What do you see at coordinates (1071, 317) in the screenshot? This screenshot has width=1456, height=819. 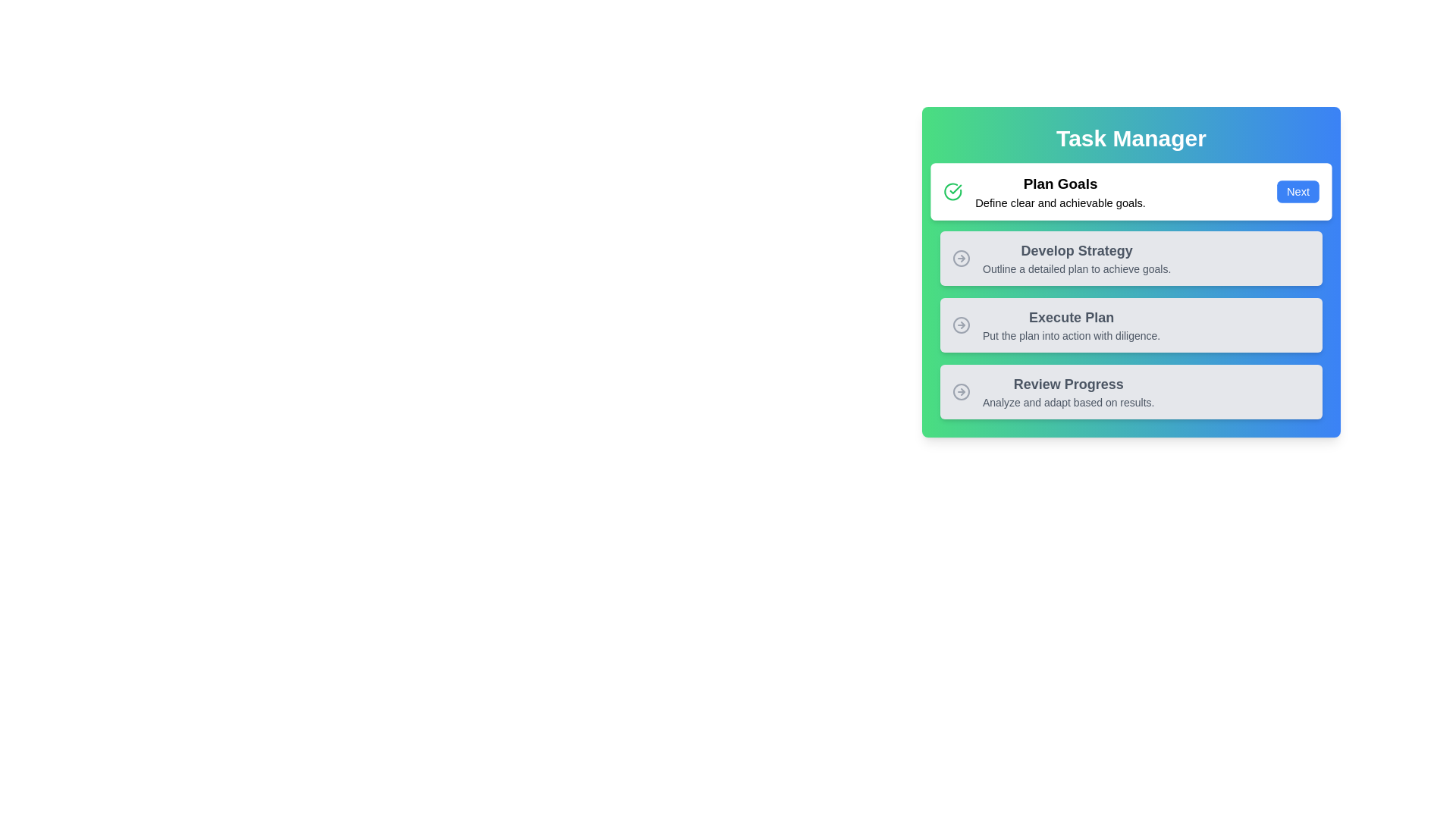 I see `the static text element that serves as the title for a task step in the 'Task Manager' card interface` at bounding box center [1071, 317].